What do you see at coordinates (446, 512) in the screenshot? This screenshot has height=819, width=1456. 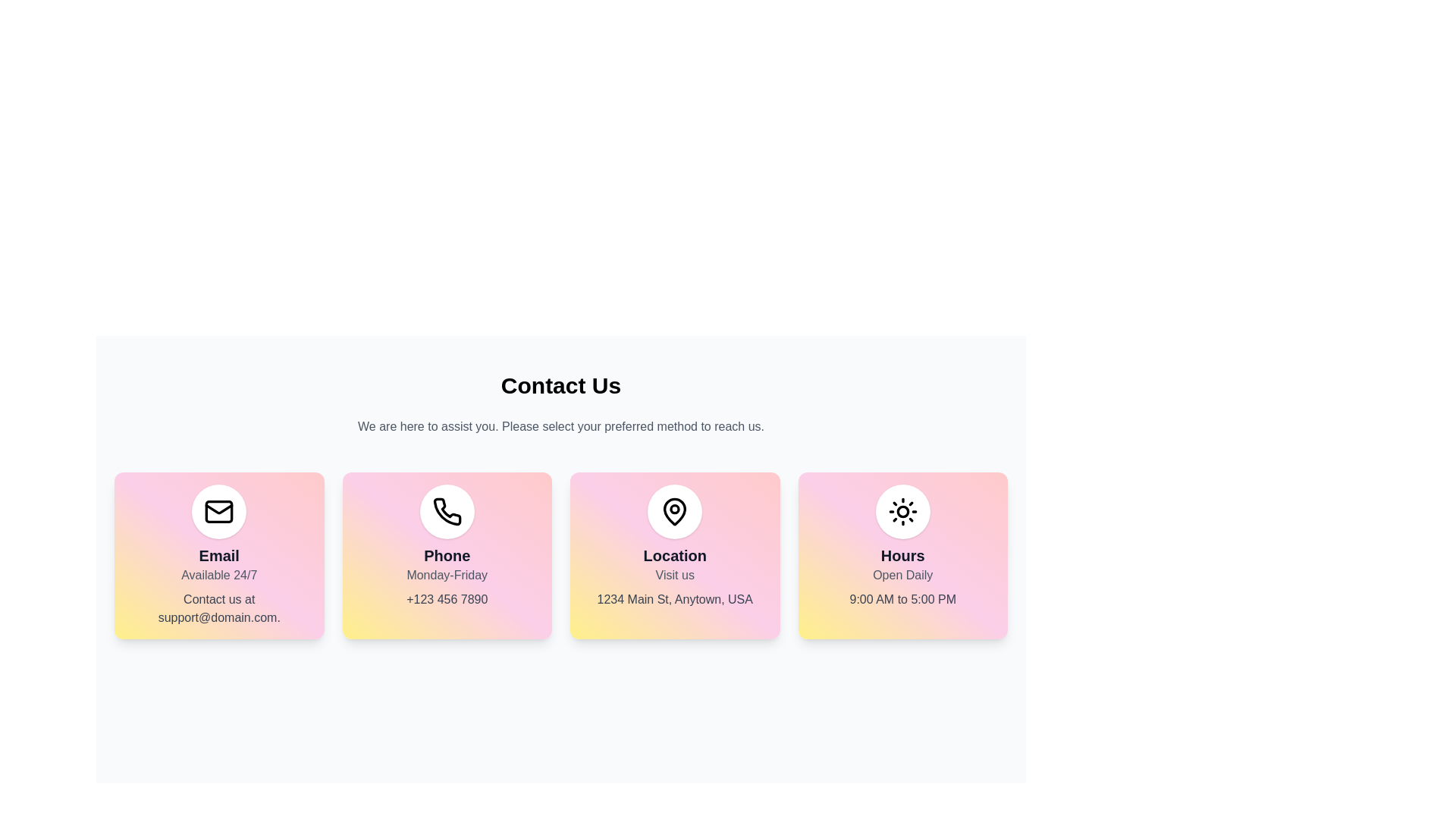 I see `the phone contact information icon located at the top center of the 'Phone' card, which is the second card in a horizontal row of four cards labeled 'Email', 'Phone', and 'Location'` at bounding box center [446, 512].